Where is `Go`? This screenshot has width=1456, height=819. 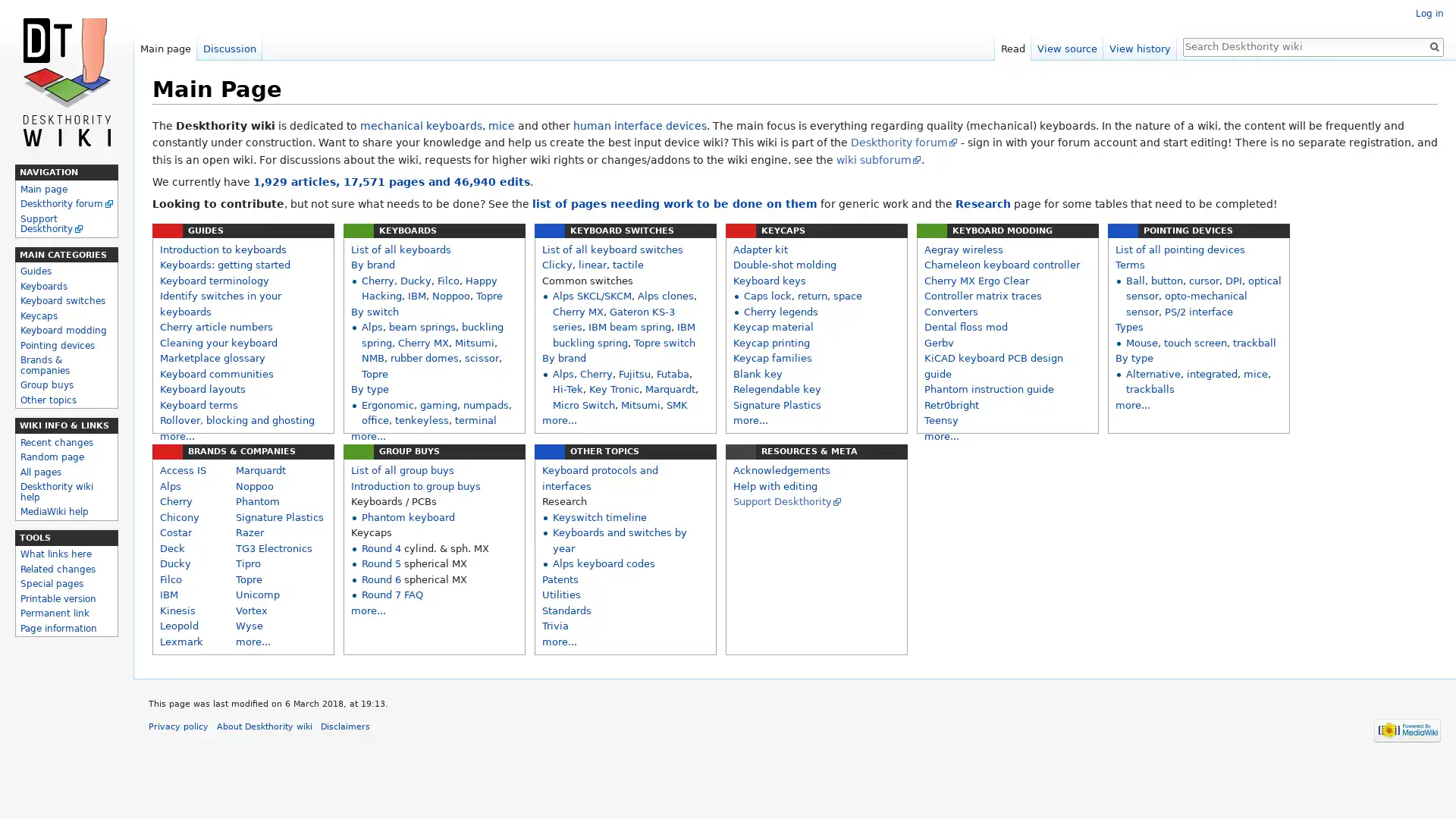 Go is located at coordinates (1433, 45).